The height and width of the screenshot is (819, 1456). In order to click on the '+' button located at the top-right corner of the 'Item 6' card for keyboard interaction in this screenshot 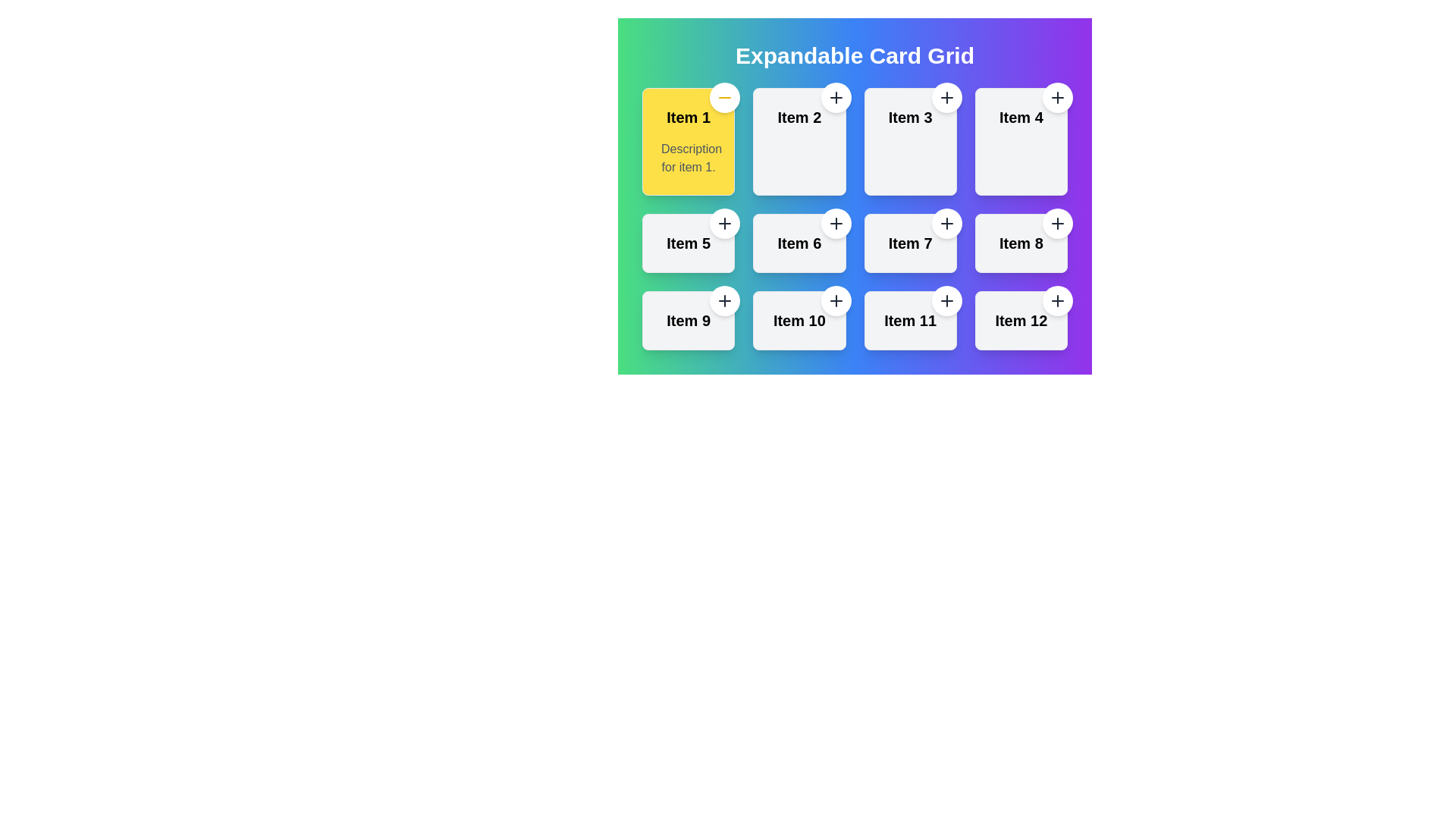, I will do `click(835, 223)`.